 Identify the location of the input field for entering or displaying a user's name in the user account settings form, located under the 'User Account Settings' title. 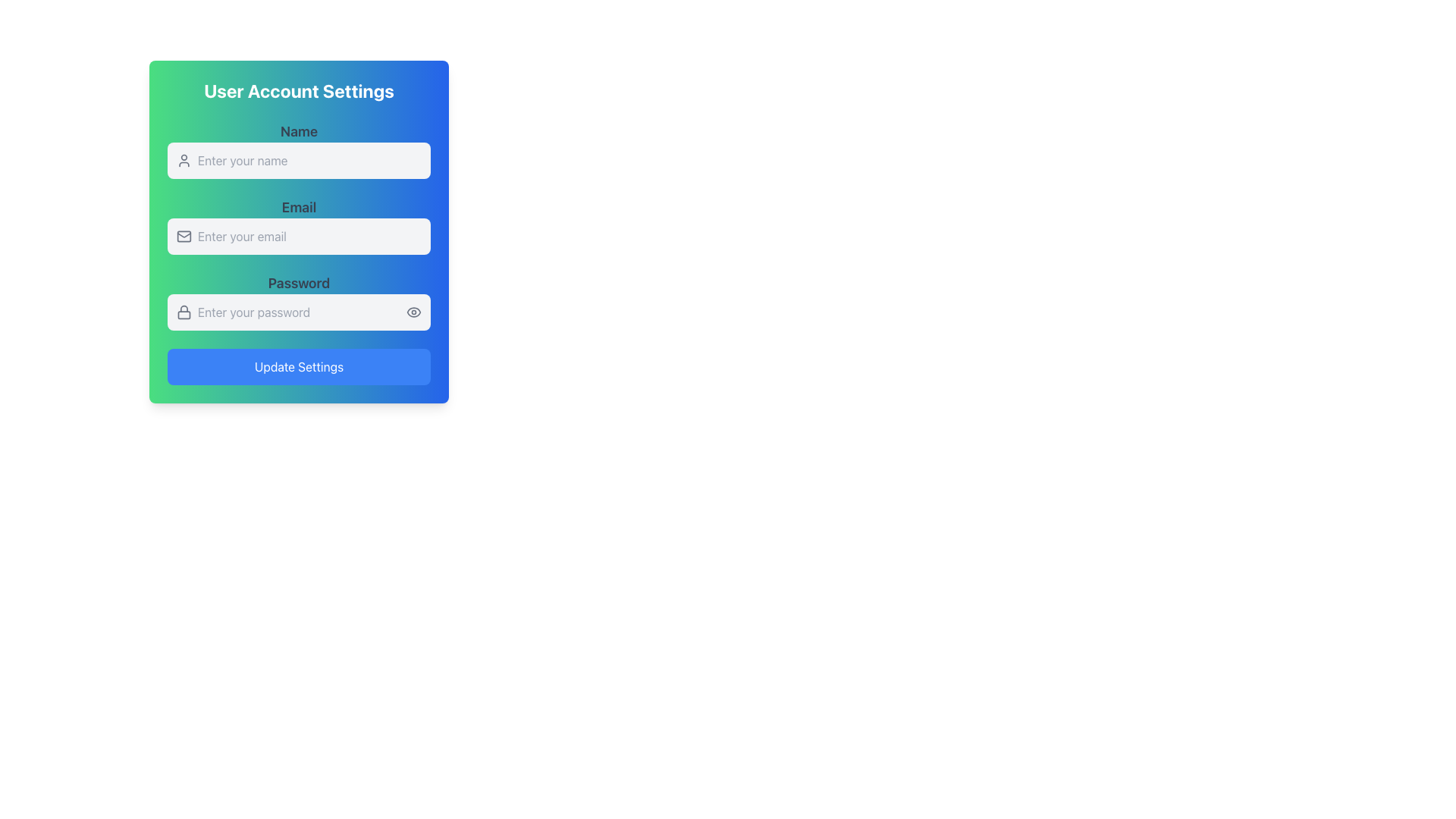
(299, 149).